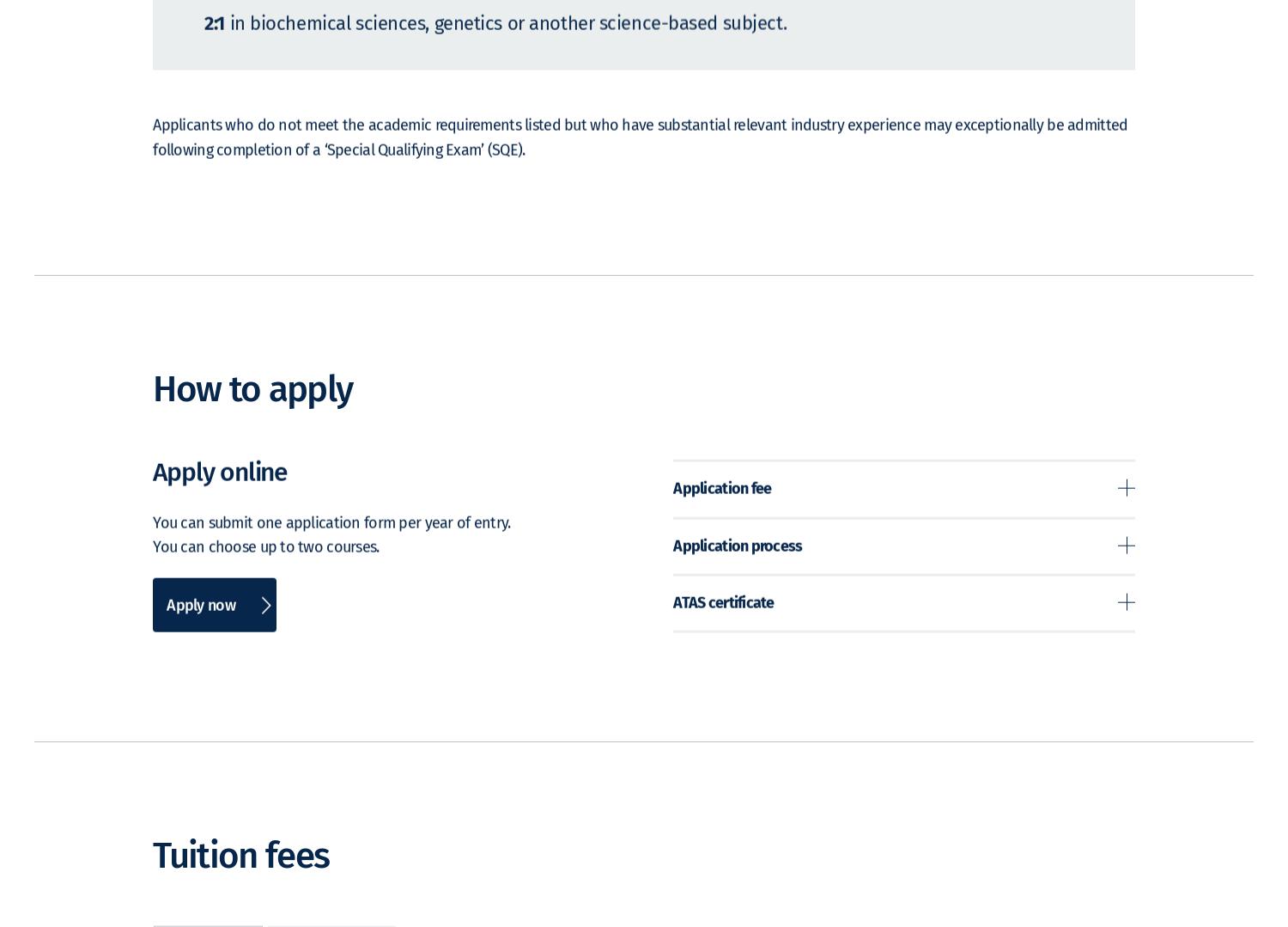  Describe the element at coordinates (219, 496) in the screenshot. I see `'Apply online'` at that location.